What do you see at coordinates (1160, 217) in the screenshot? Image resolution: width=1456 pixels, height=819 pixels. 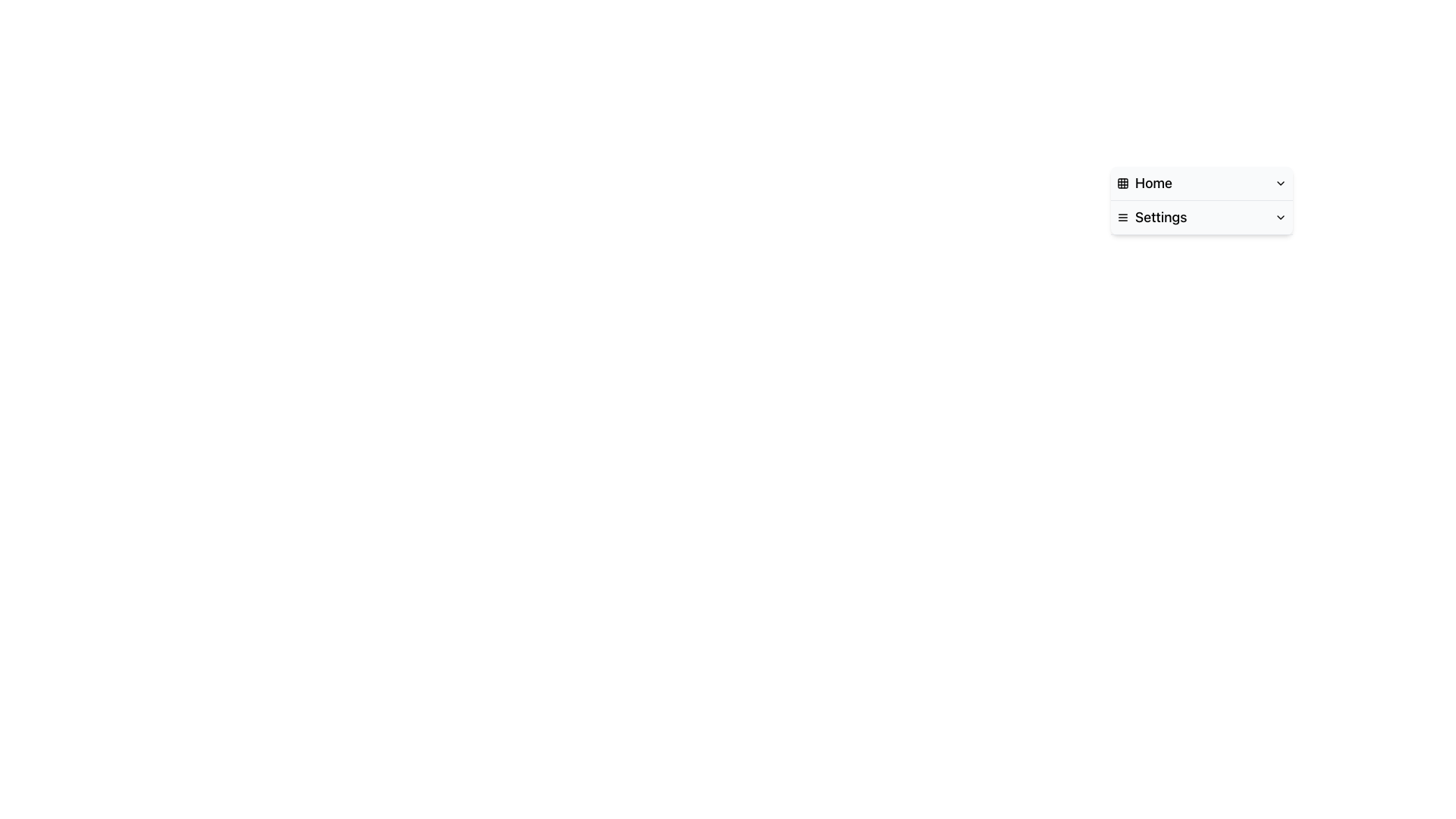 I see `the 'Settings' text label in the dropdown menu` at bounding box center [1160, 217].